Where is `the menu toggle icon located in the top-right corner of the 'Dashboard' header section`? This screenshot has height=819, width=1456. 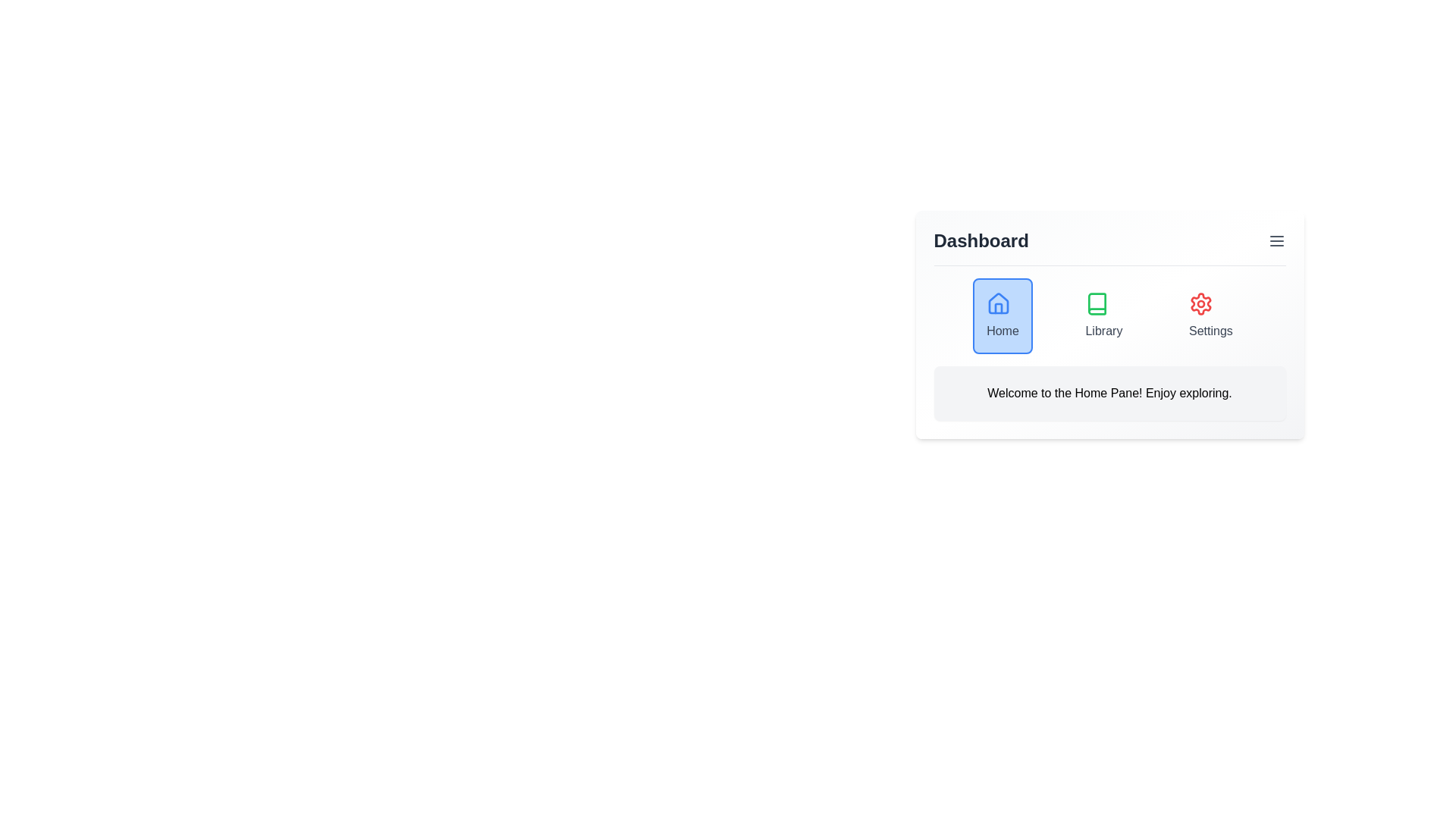
the menu toggle icon located in the top-right corner of the 'Dashboard' header section is located at coordinates (1276, 240).